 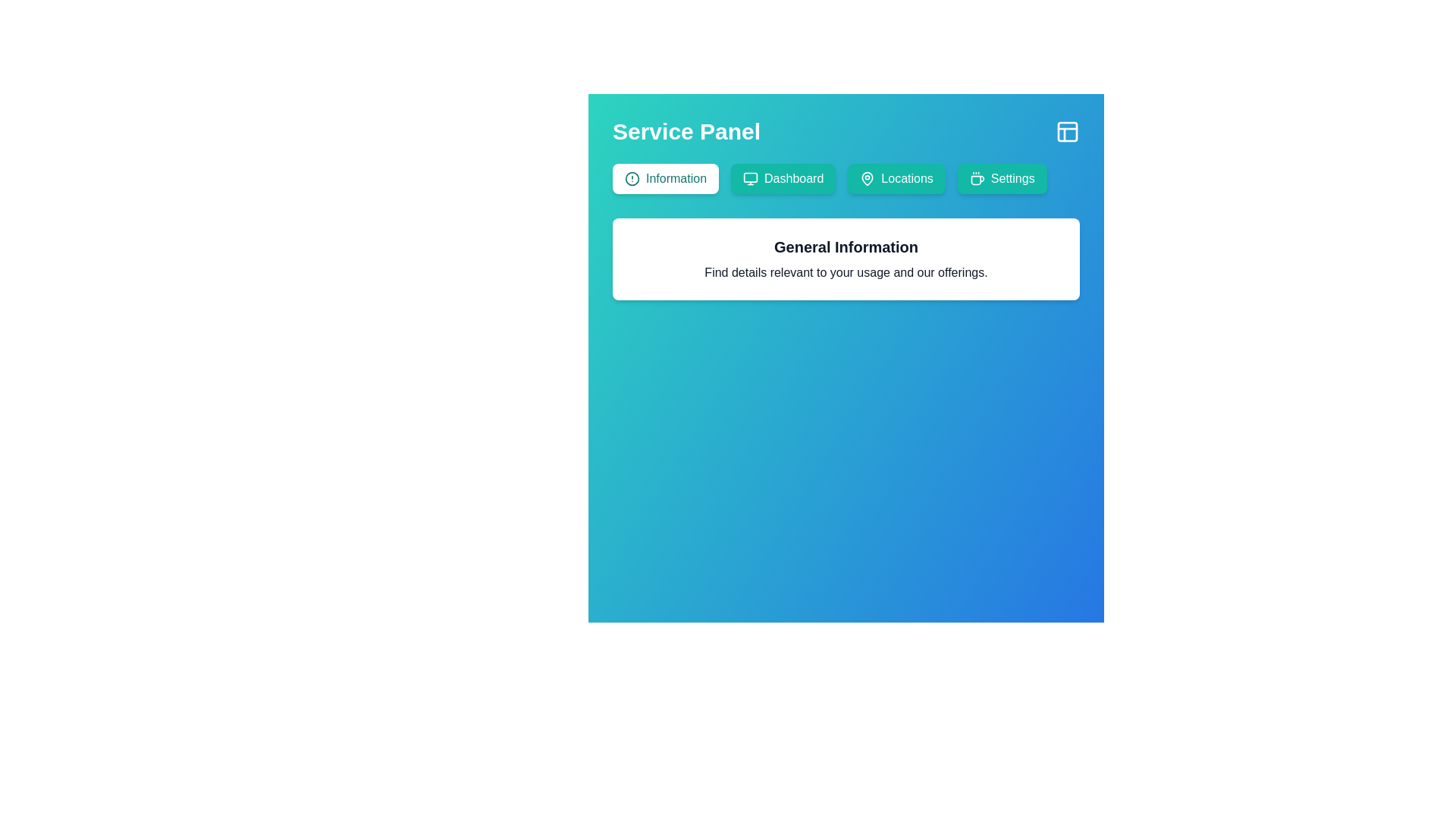 I want to click on the coffee cup icon with steam lines above it, located in the top navigation bar, as the fourth option in the 'Settings' group, so click(x=977, y=177).